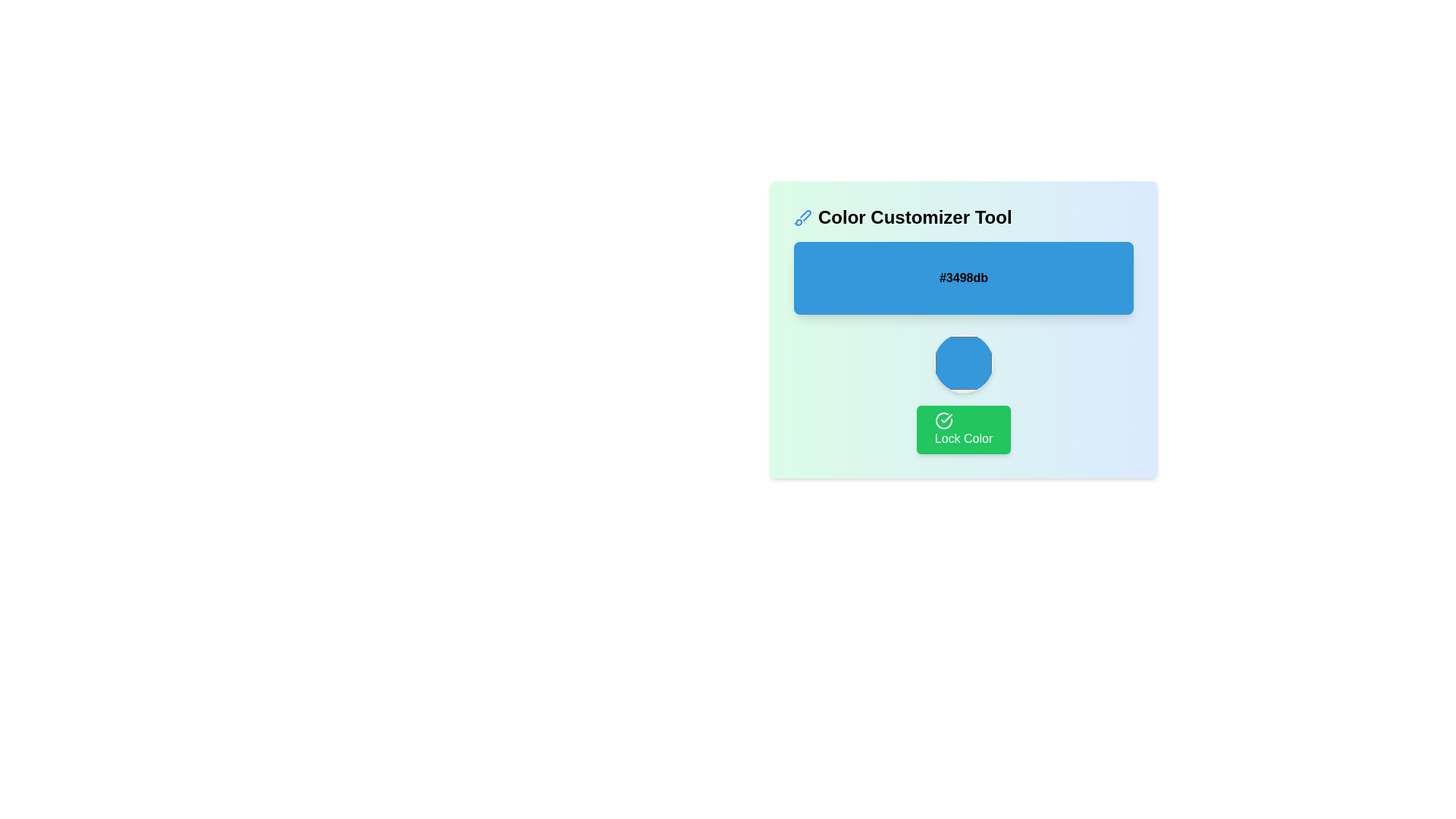 This screenshot has width=1456, height=819. Describe the element at coordinates (963, 362) in the screenshot. I see `the circular blue color selection button located centrally below the color code display and above the 'Lock Color' button` at that location.